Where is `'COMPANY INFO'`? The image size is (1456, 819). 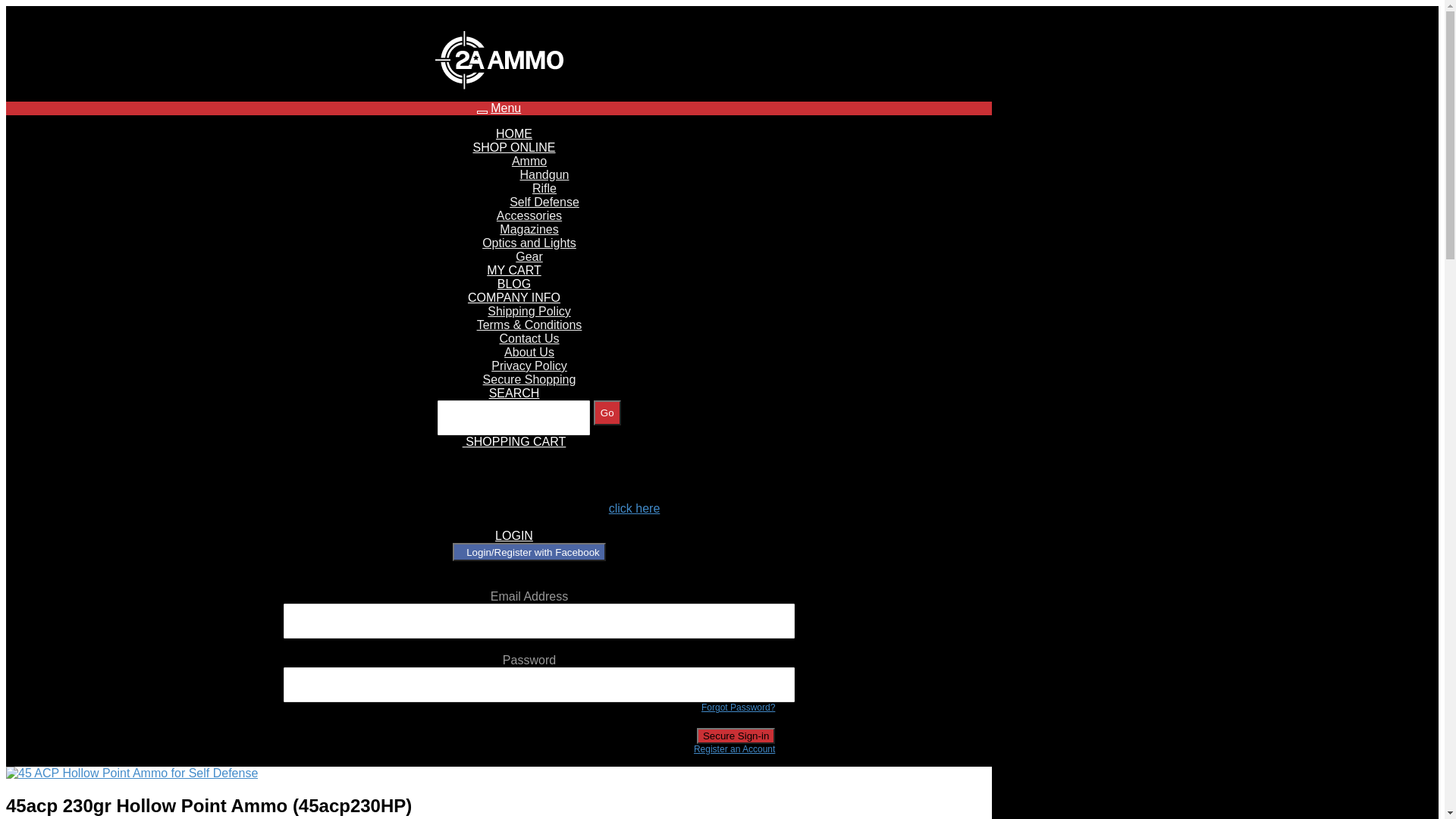
'COMPANY INFO' is located at coordinates (513, 297).